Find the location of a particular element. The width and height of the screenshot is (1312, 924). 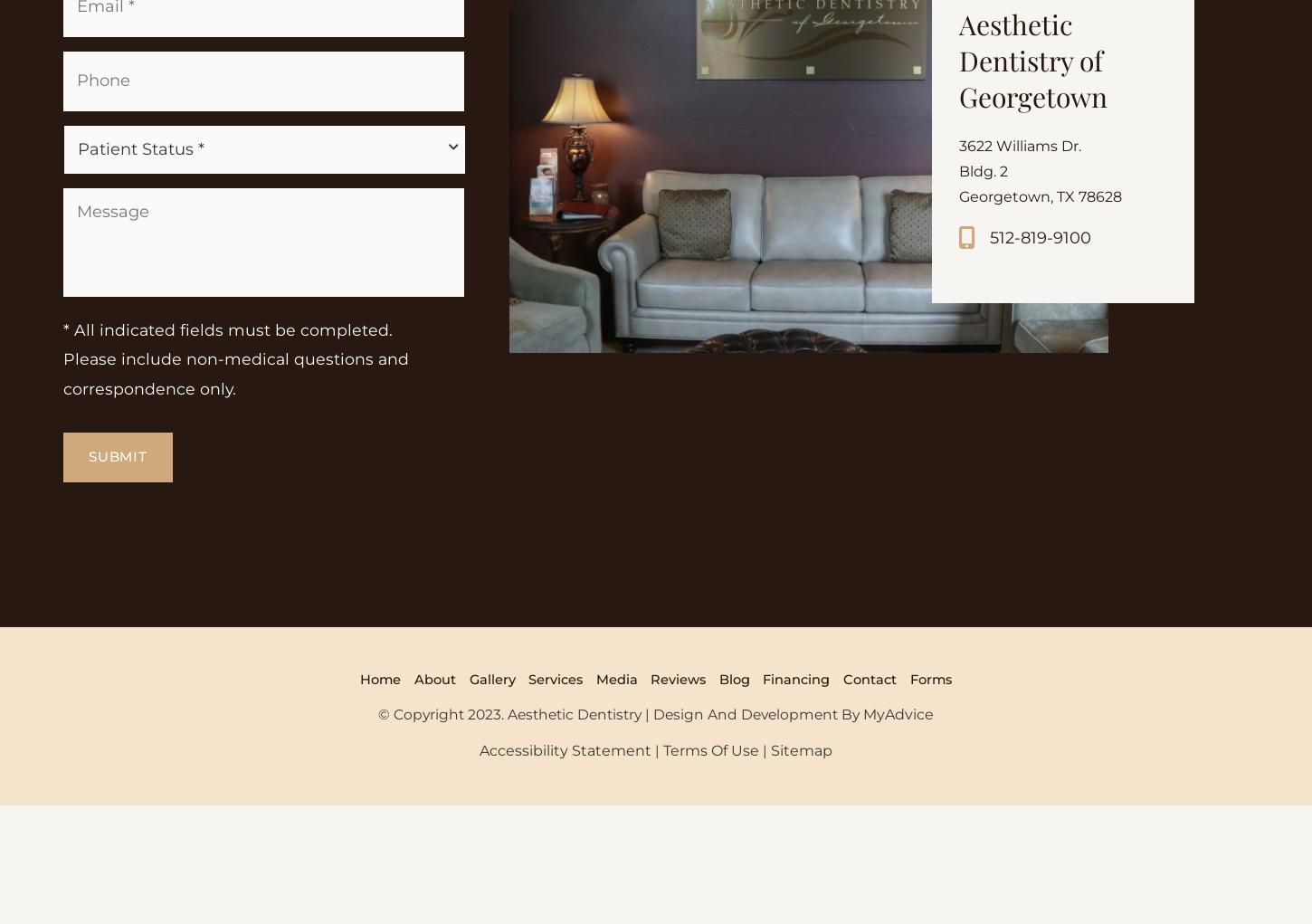

'Gallery' is located at coordinates (486, 802).